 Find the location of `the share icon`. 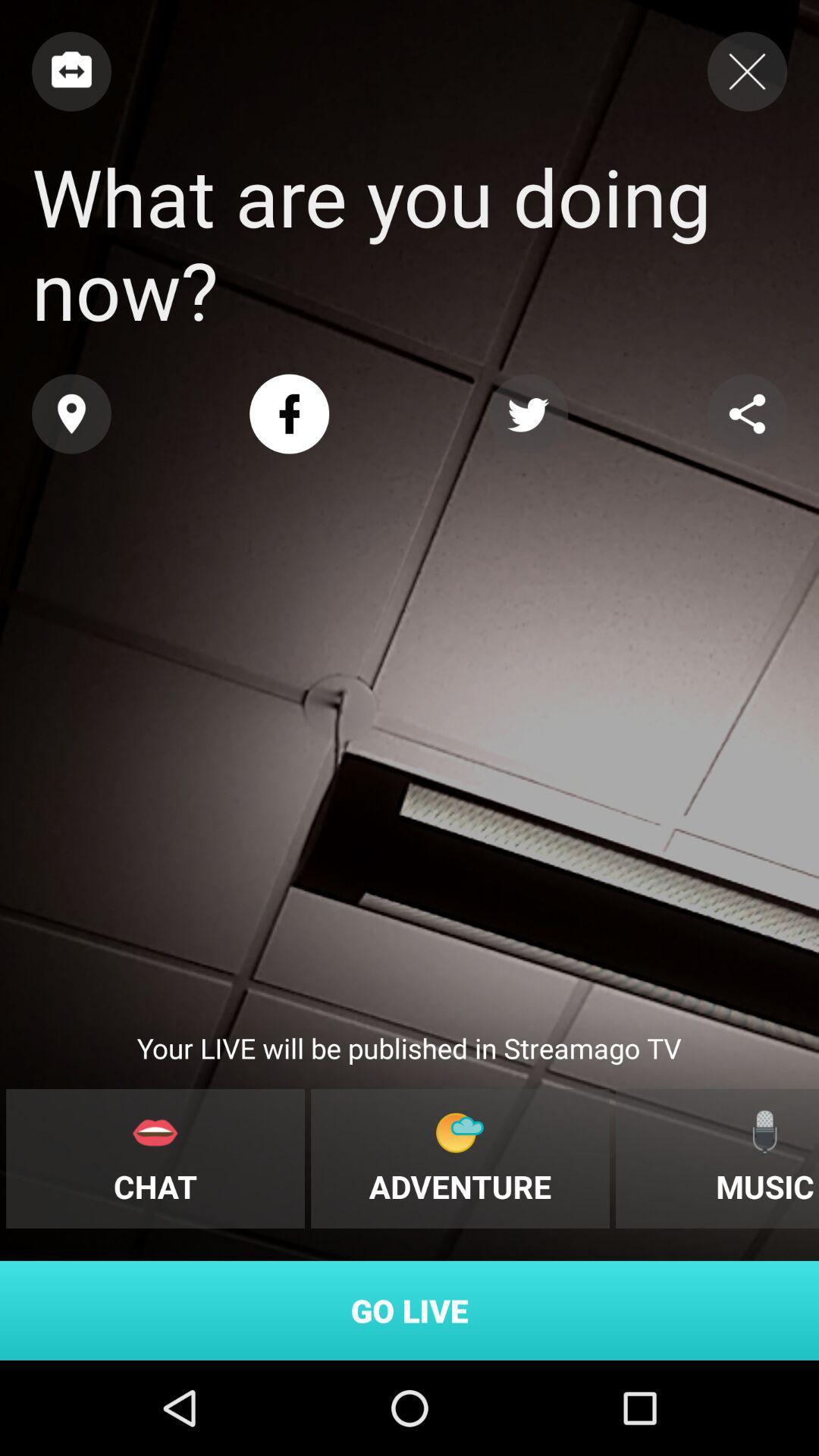

the share icon is located at coordinates (746, 414).